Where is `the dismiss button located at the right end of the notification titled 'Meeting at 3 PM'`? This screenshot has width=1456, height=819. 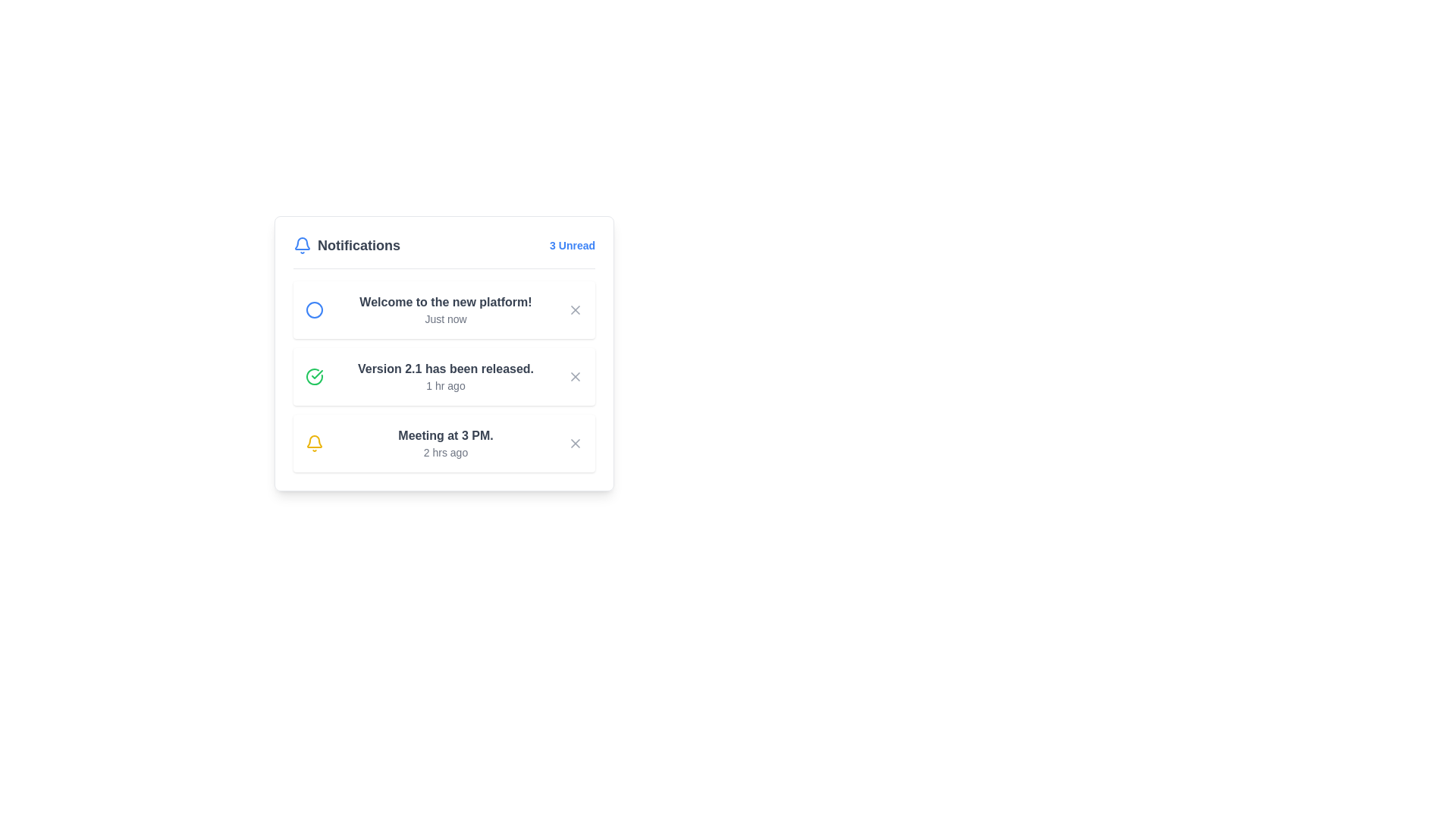 the dismiss button located at the right end of the notification titled 'Meeting at 3 PM' is located at coordinates (574, 444).